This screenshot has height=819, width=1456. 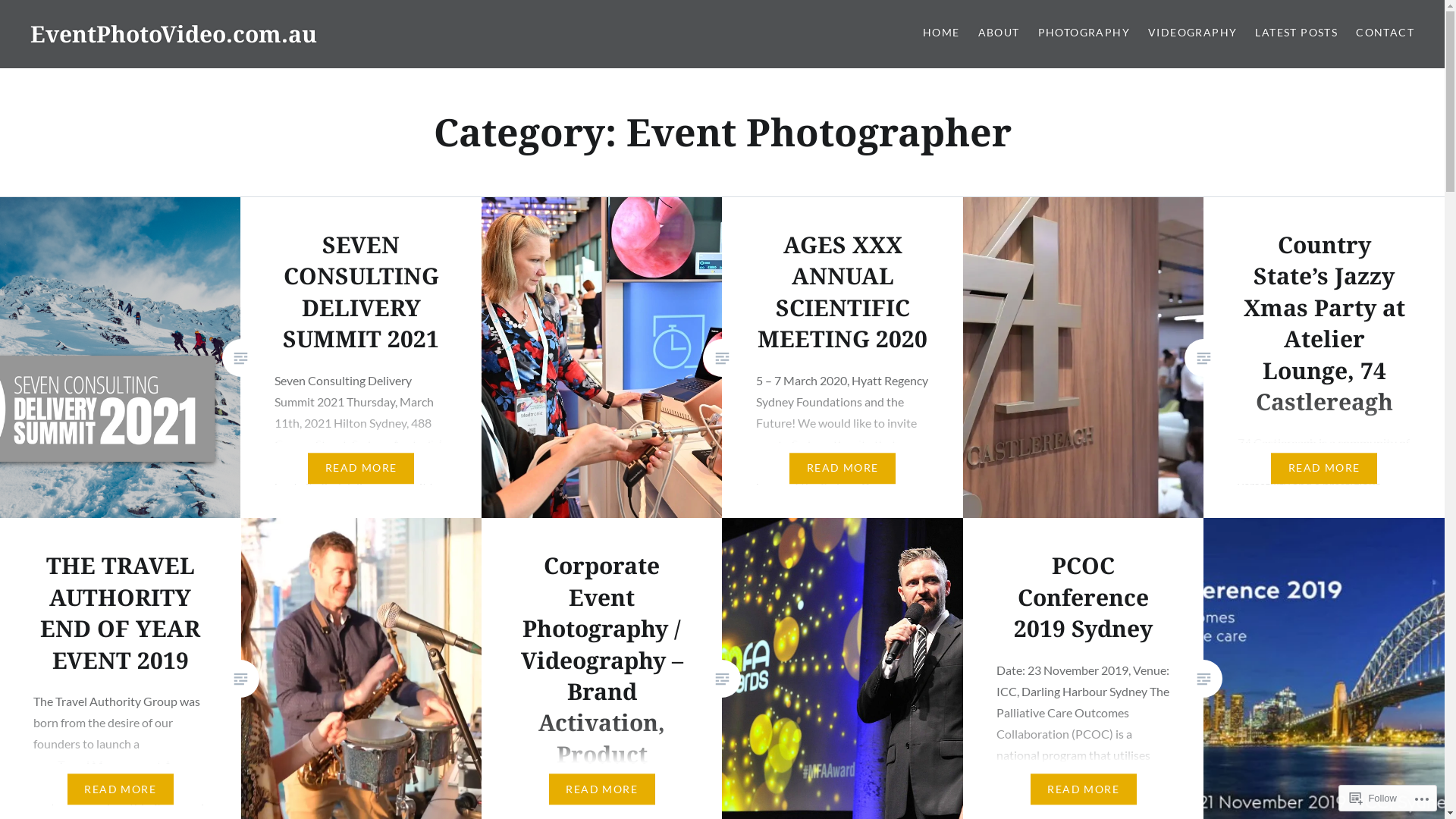 What do you see at coordinates (1191, 33) in the screenshot?
I see `'VIDEOGRAPHY'` at bounding box center [1191, 33].